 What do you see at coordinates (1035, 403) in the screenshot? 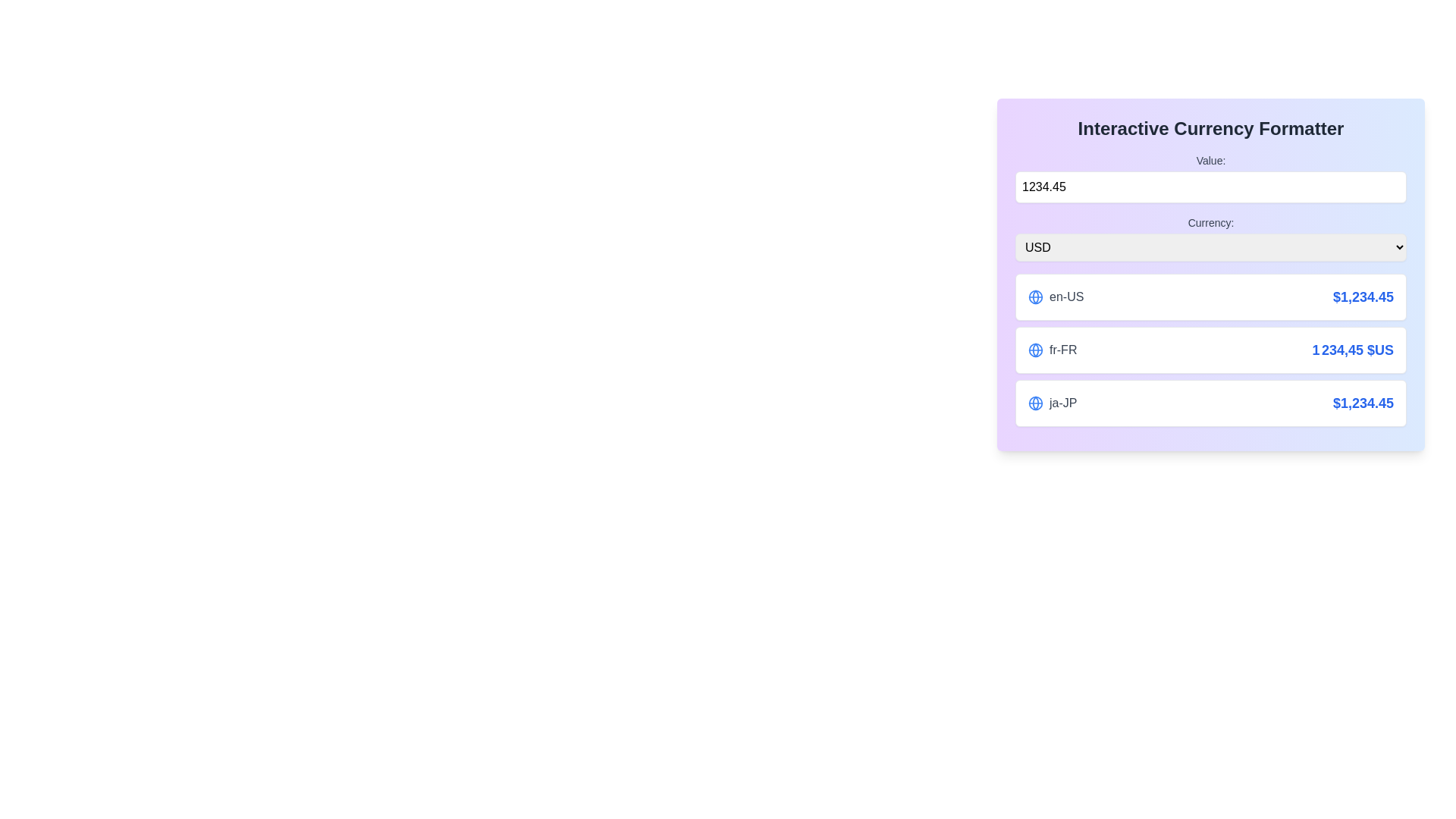
I see `the blue circle icon representing the globe for currency formatting selection through keyboard navigation, located next to the 'en-US' text in the options list` at bounding box center [1035, 403].